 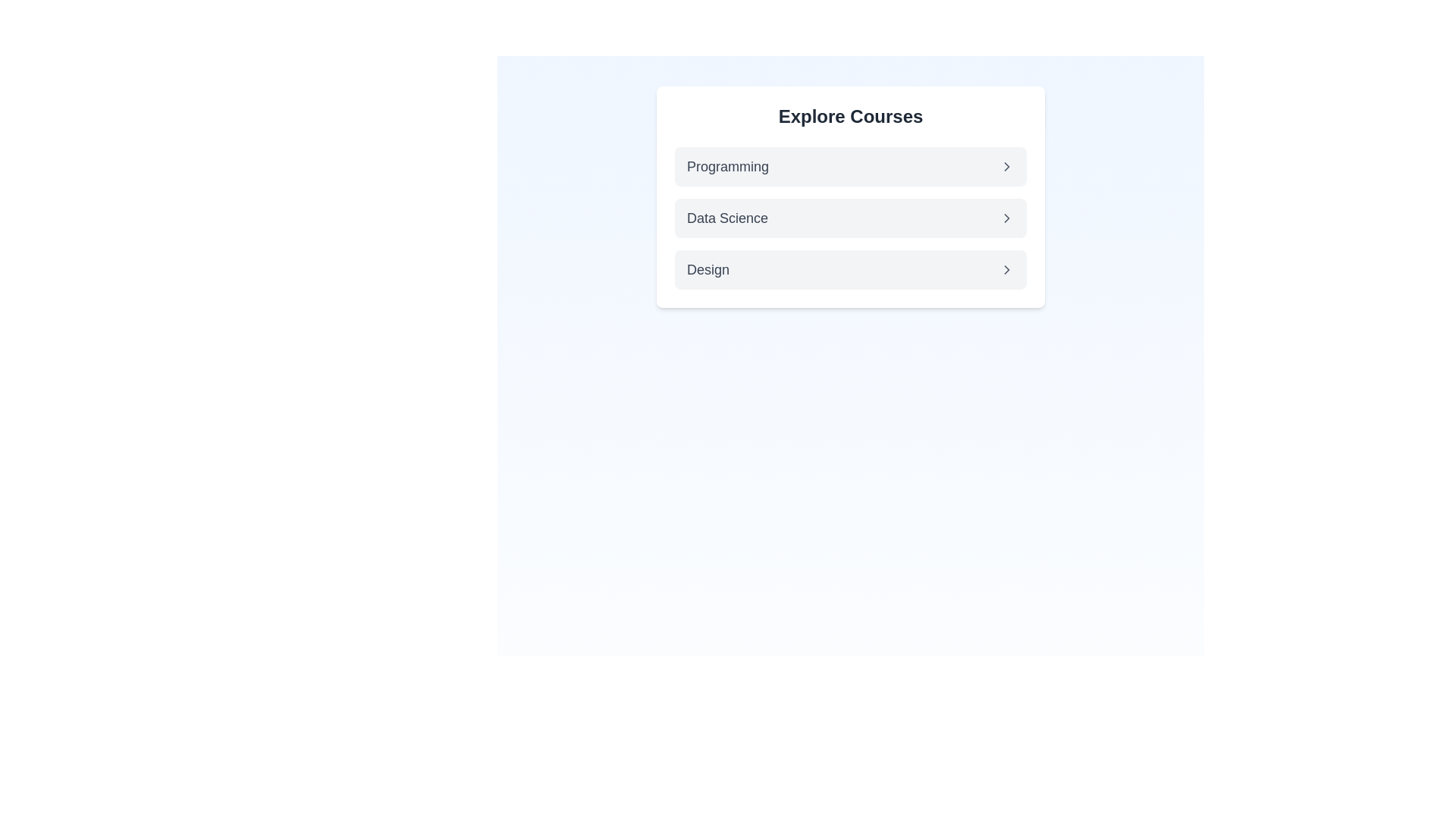 What do you see at coordinates (851, 218) in the screenshot?
I see `the 'Data Science' button, which is the second item in the 'Explore Courses' list` at bounding box center [851, 218].